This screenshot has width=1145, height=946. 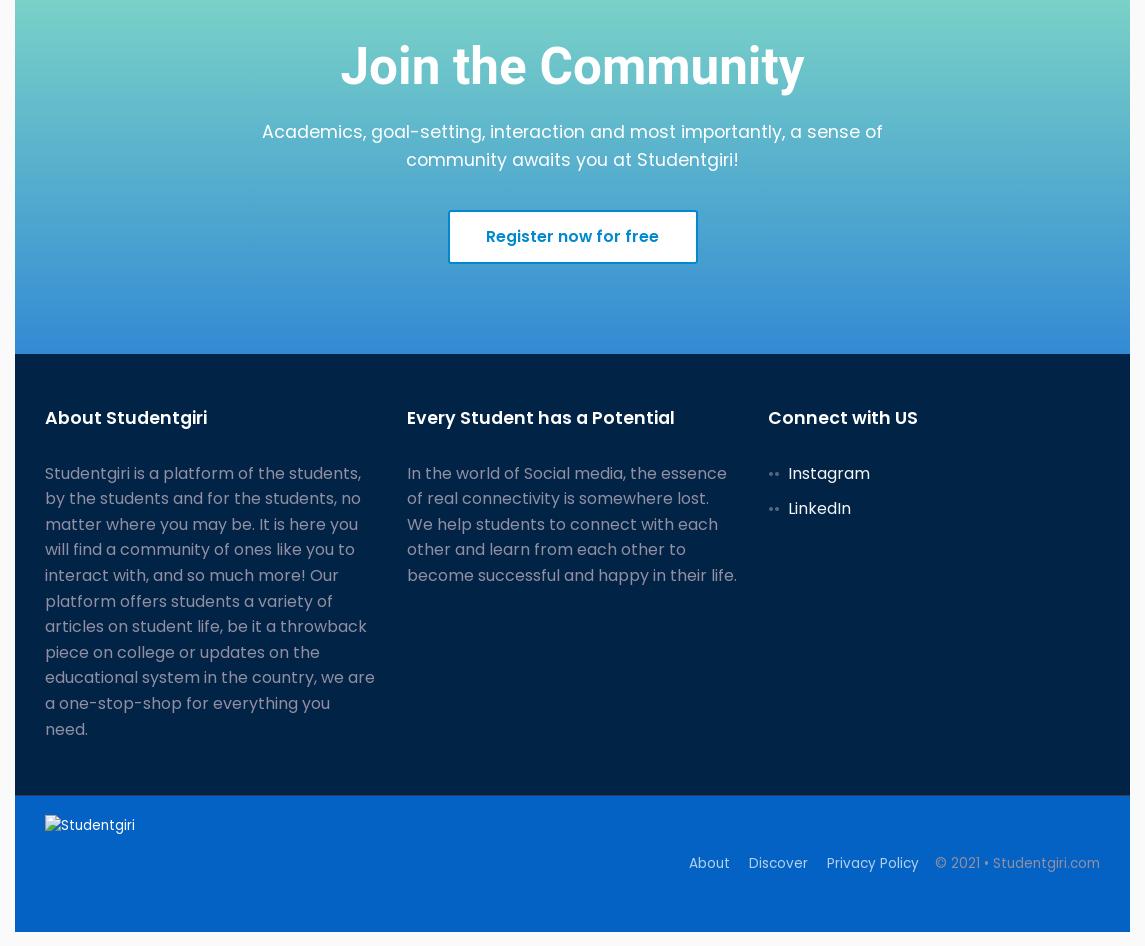 I want to click on 'Join the Community', so click(x=572, y=65).